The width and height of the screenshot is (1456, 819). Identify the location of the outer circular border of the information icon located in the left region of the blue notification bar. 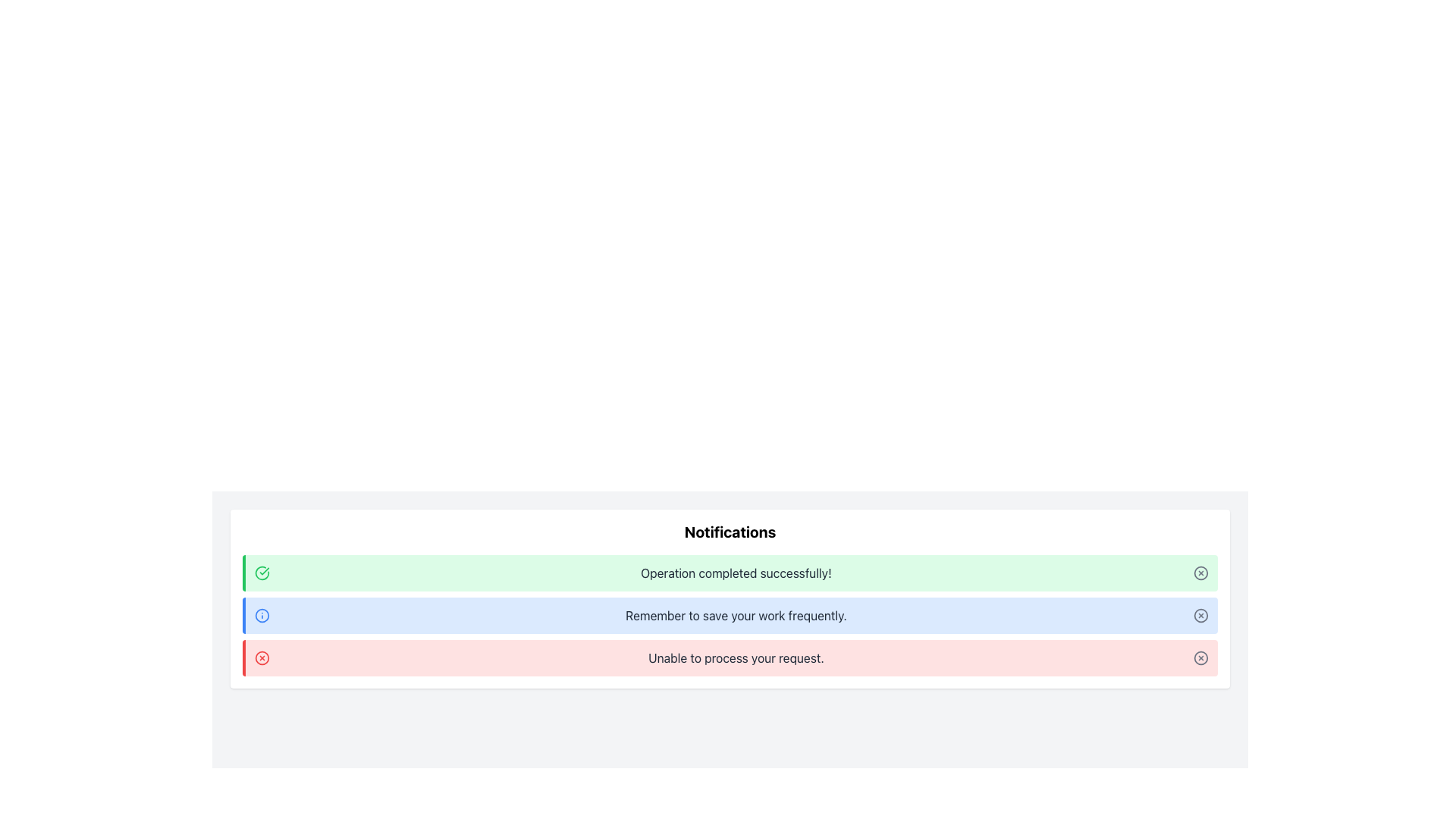
(262, 616).